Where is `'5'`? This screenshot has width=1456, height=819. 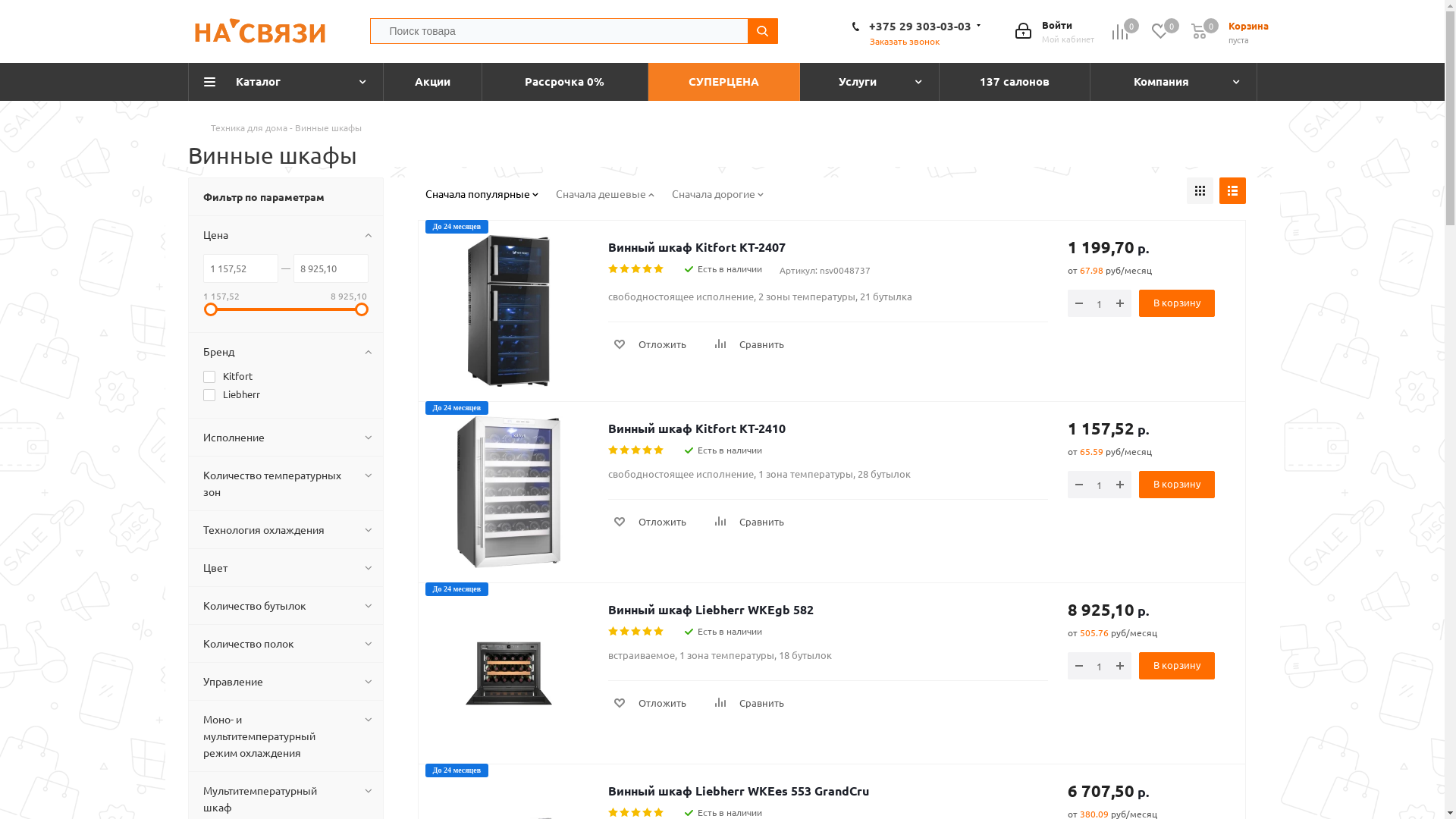
'5' is located at coordinates (659, 268).